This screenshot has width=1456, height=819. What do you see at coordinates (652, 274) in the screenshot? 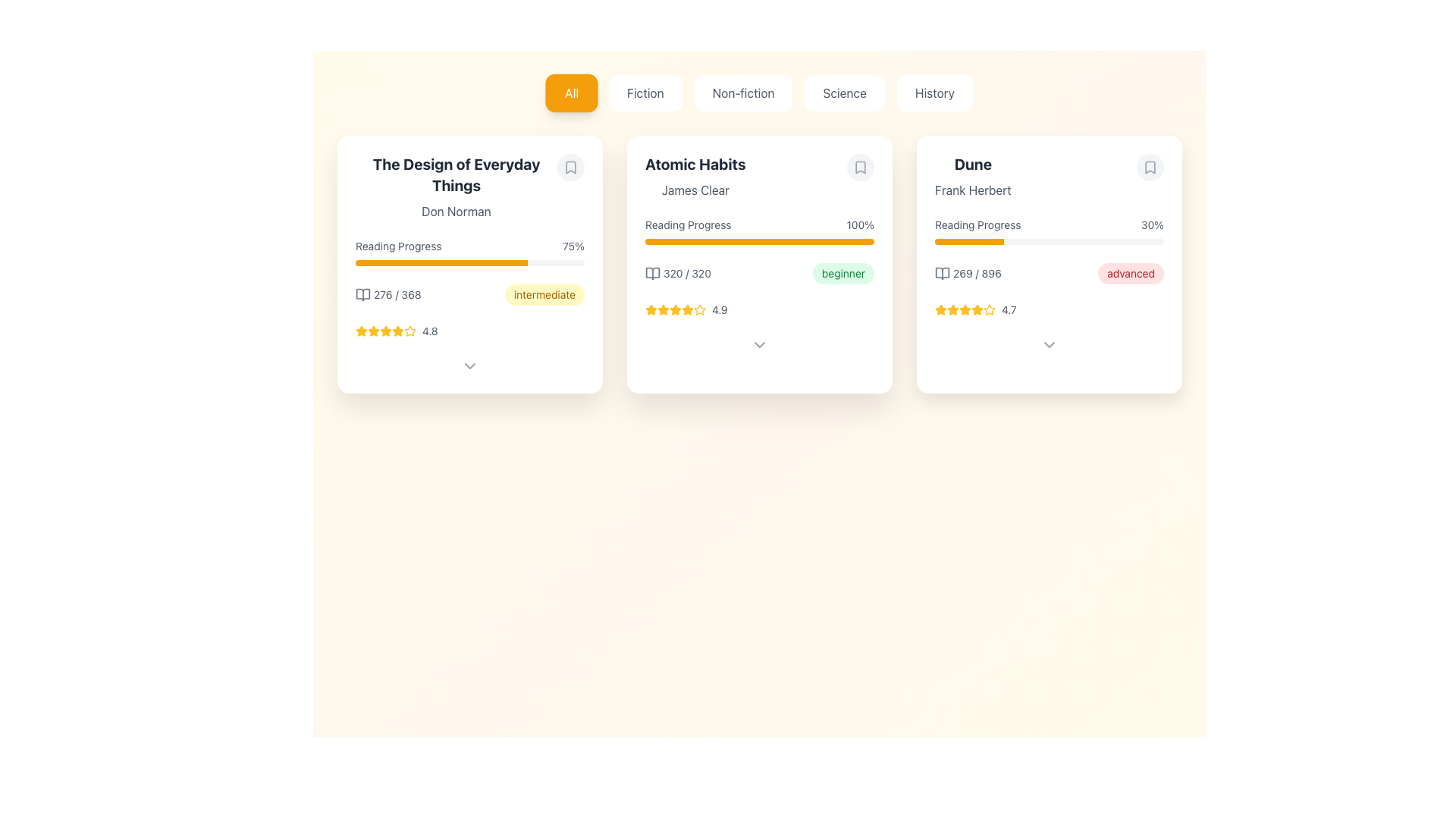
I see `the open book icon located` at bounding box center [652, 274].